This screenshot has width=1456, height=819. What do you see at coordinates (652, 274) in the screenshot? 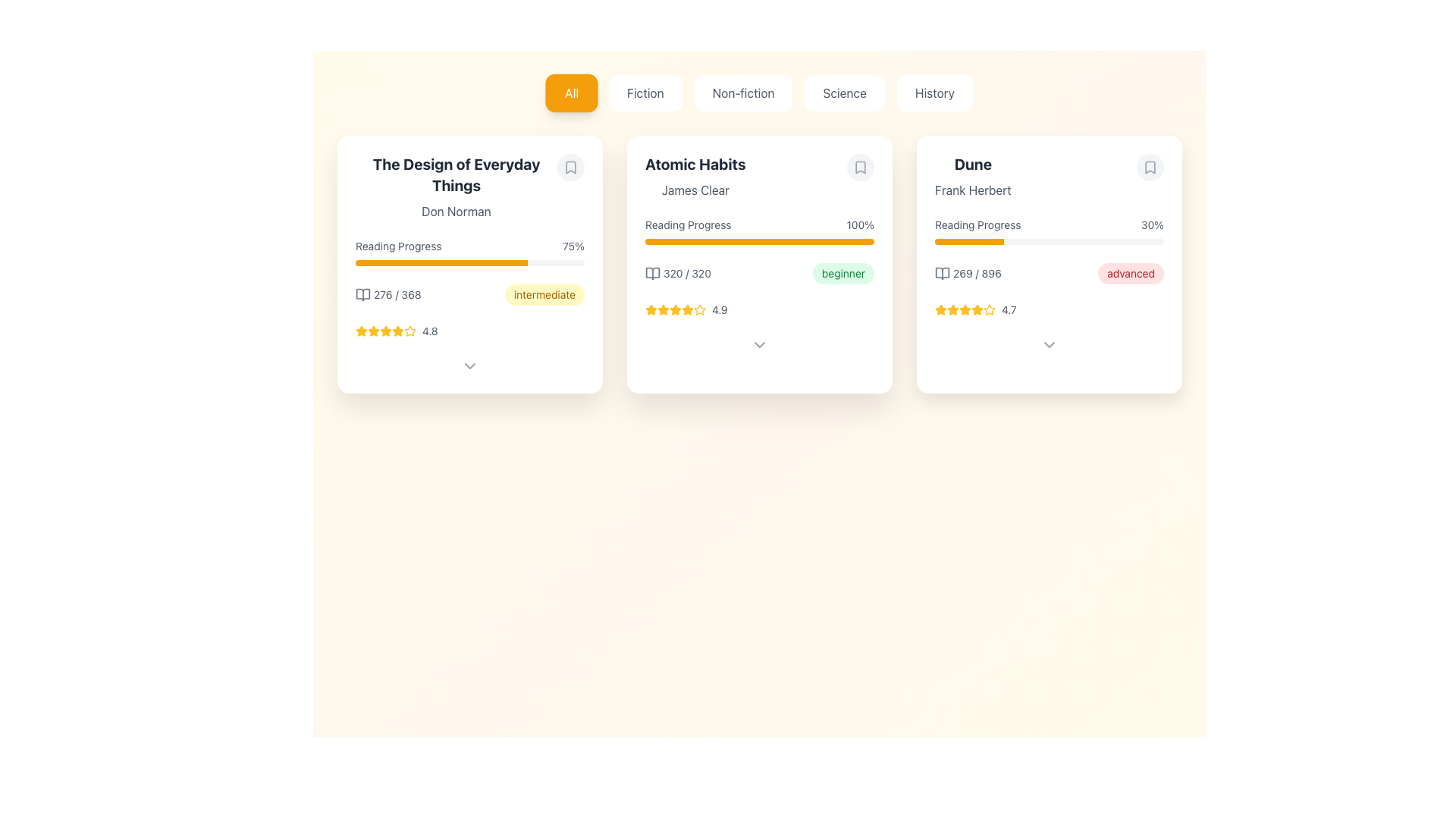
I see `the open book icon located` at bounding box center [652, 274].